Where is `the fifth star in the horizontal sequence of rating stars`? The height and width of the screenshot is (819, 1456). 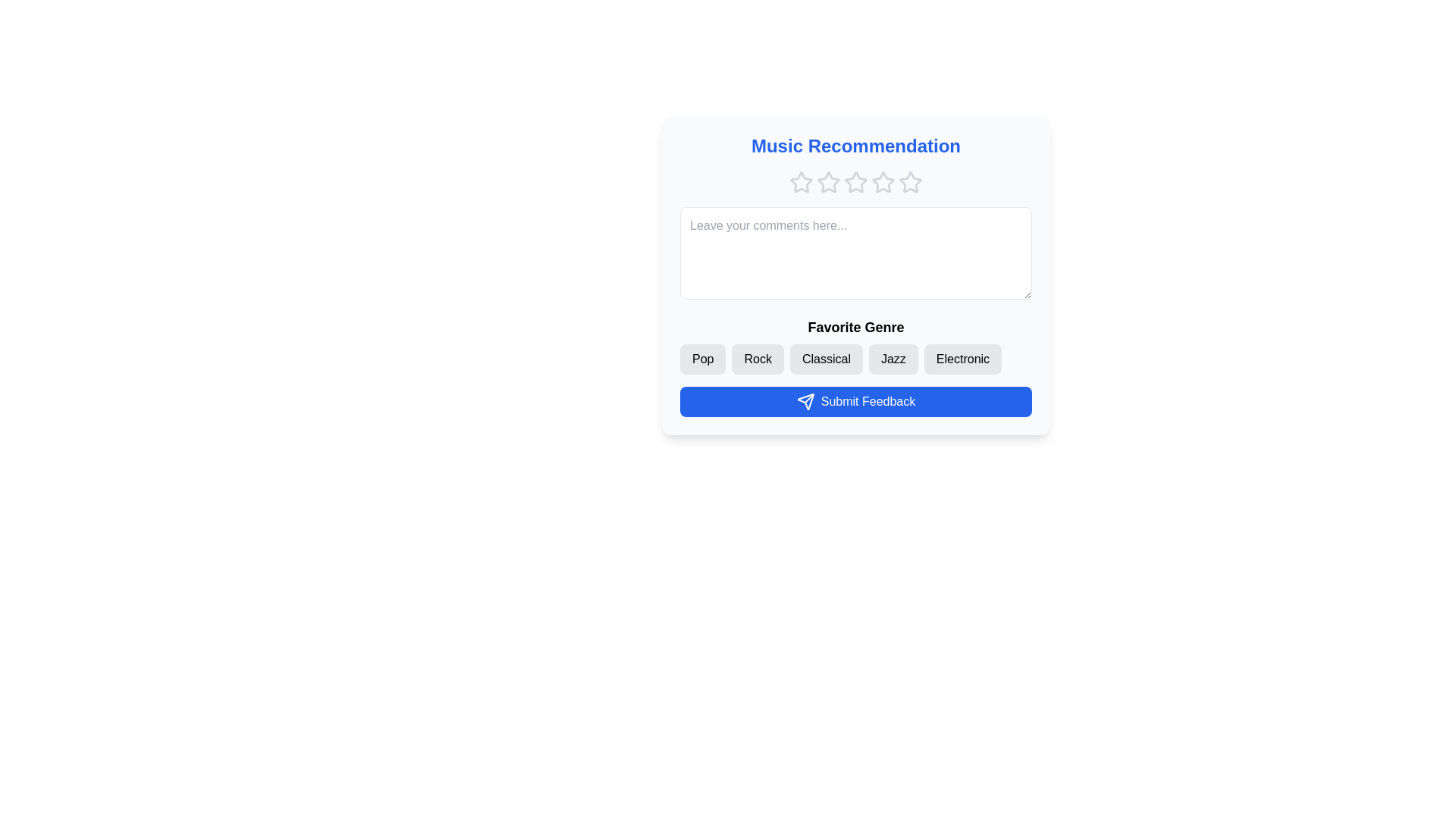 the fifth star in the horizontal sequence of rating stars is located at coordinates (910, 180).